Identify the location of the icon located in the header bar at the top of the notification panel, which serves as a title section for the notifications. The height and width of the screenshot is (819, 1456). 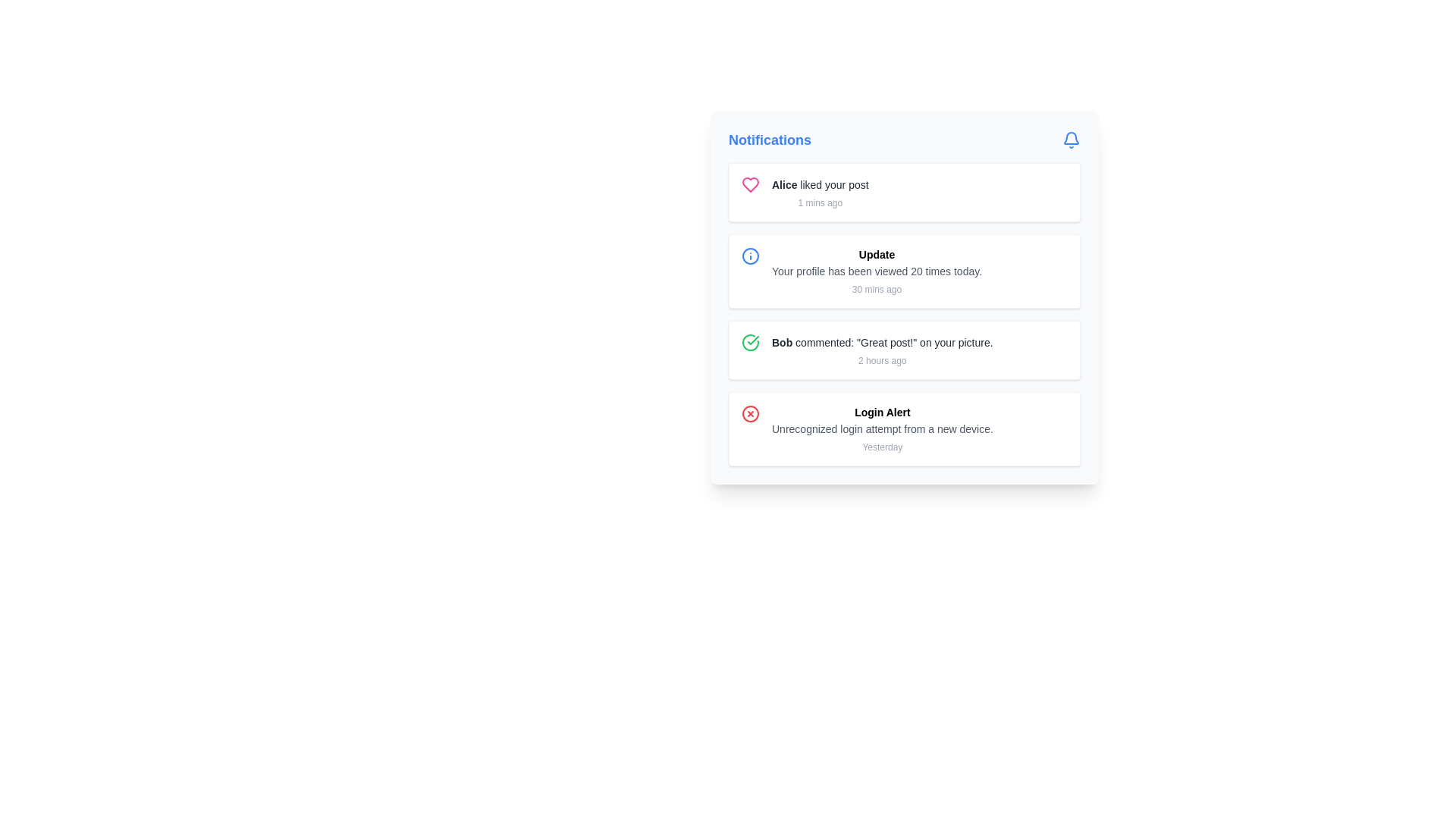
(905, 140).